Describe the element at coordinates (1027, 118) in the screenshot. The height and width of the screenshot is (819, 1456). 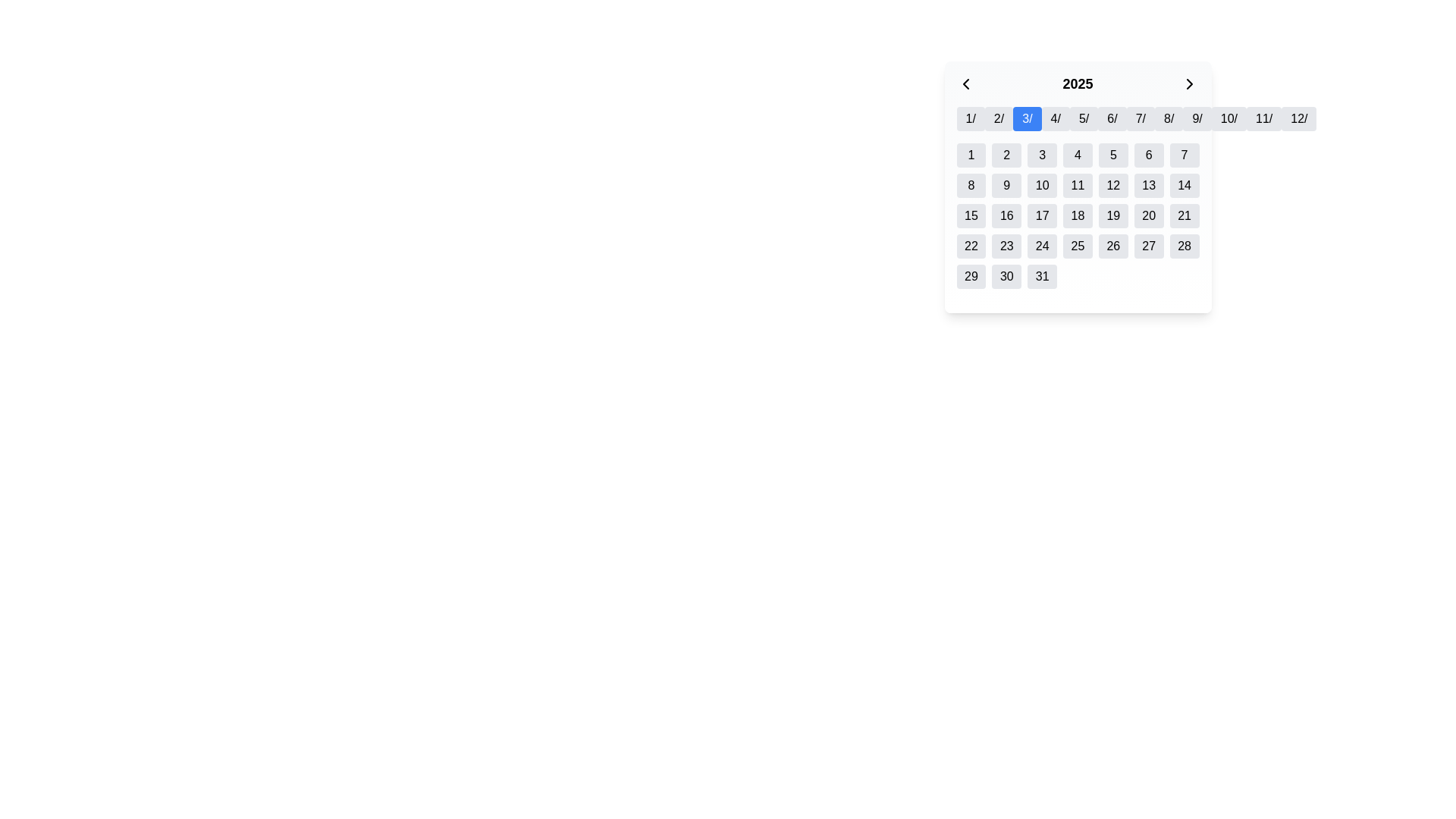
I see `the button representing the month of March, which is the third button in a horizontal list of buttons above the calendar grid` at that location.